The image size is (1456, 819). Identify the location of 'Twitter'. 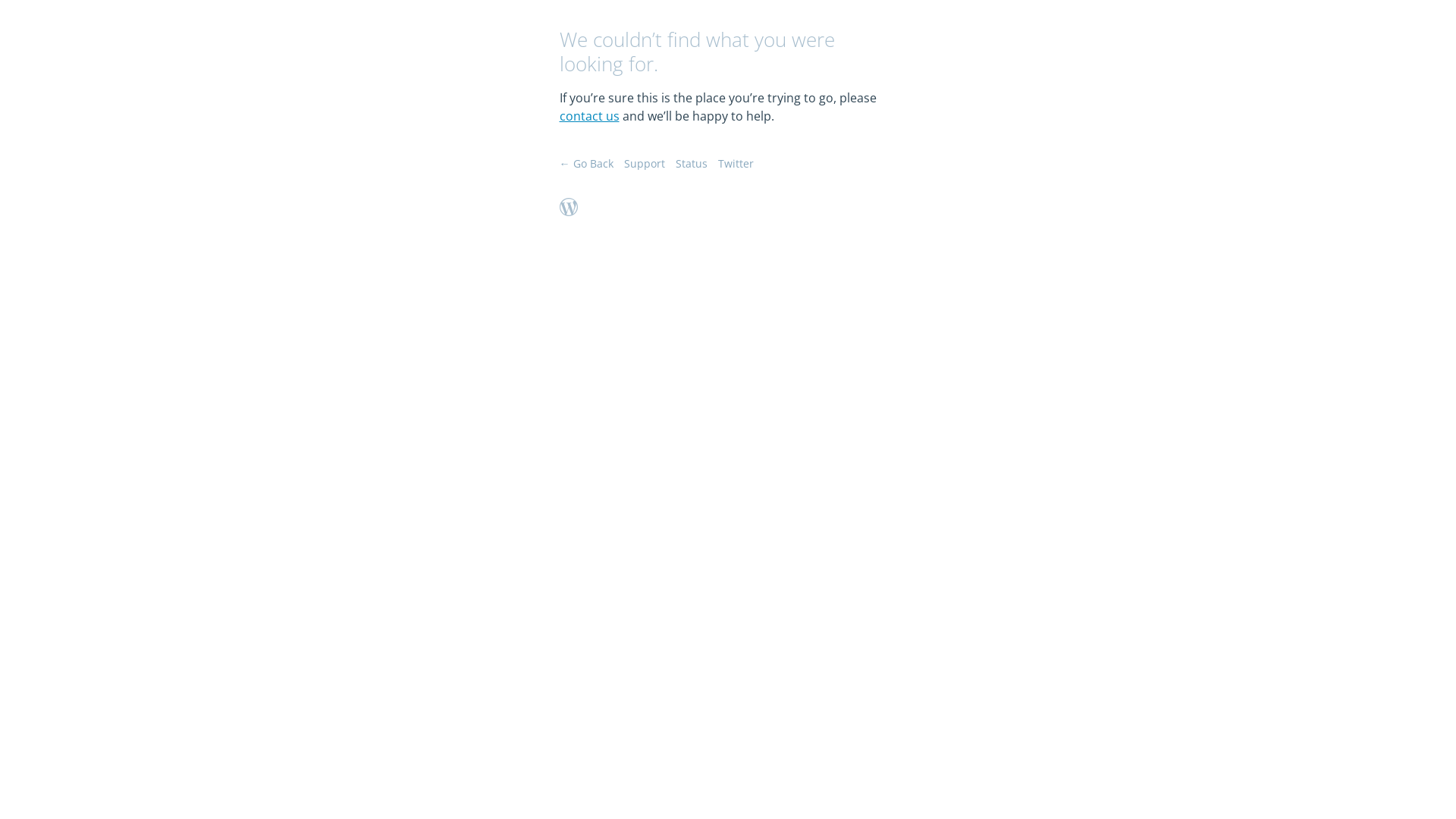
(735, 163).